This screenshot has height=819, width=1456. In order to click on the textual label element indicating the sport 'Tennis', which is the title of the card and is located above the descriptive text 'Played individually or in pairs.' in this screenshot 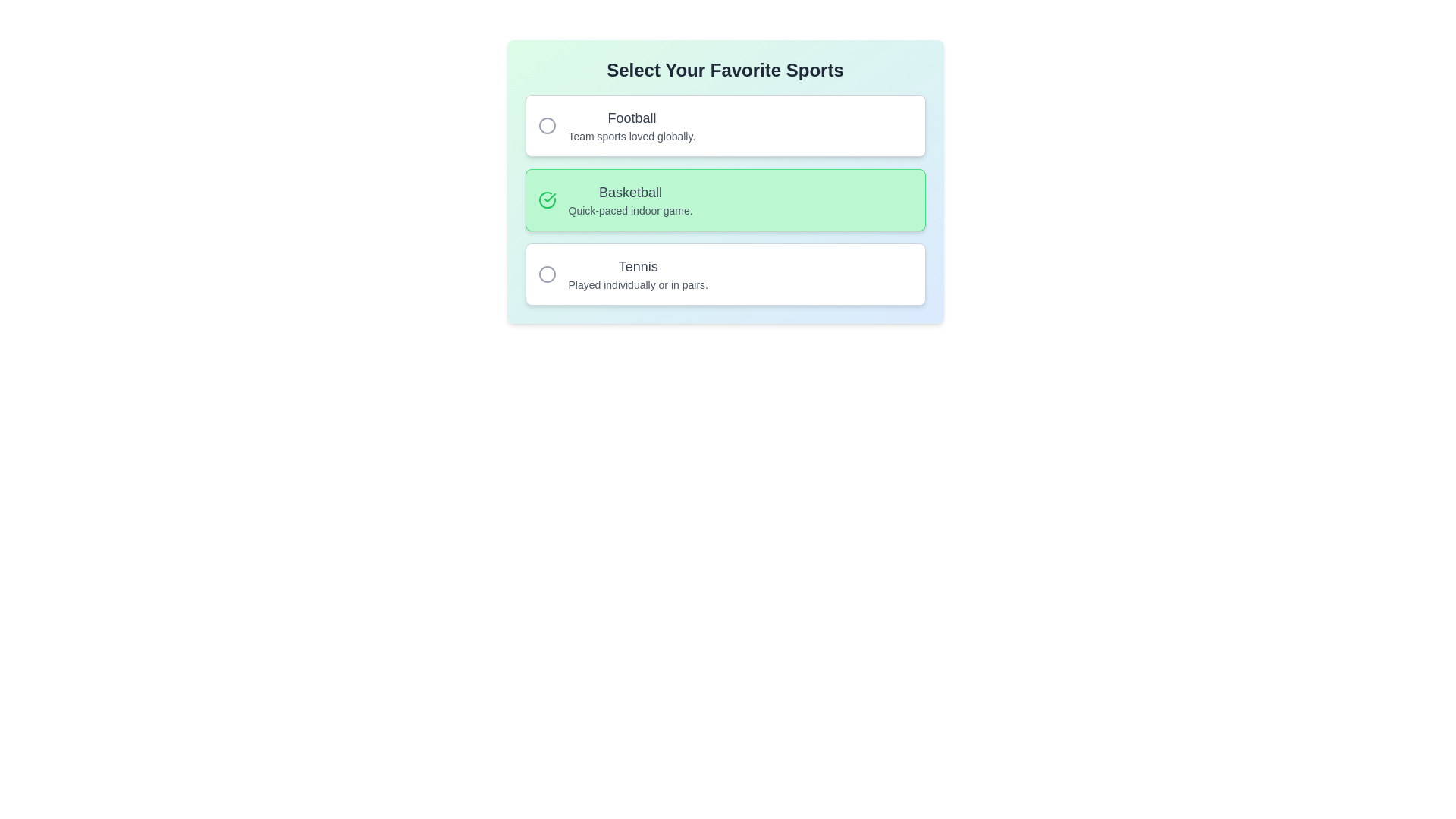, I will do `click(638, 265)`.